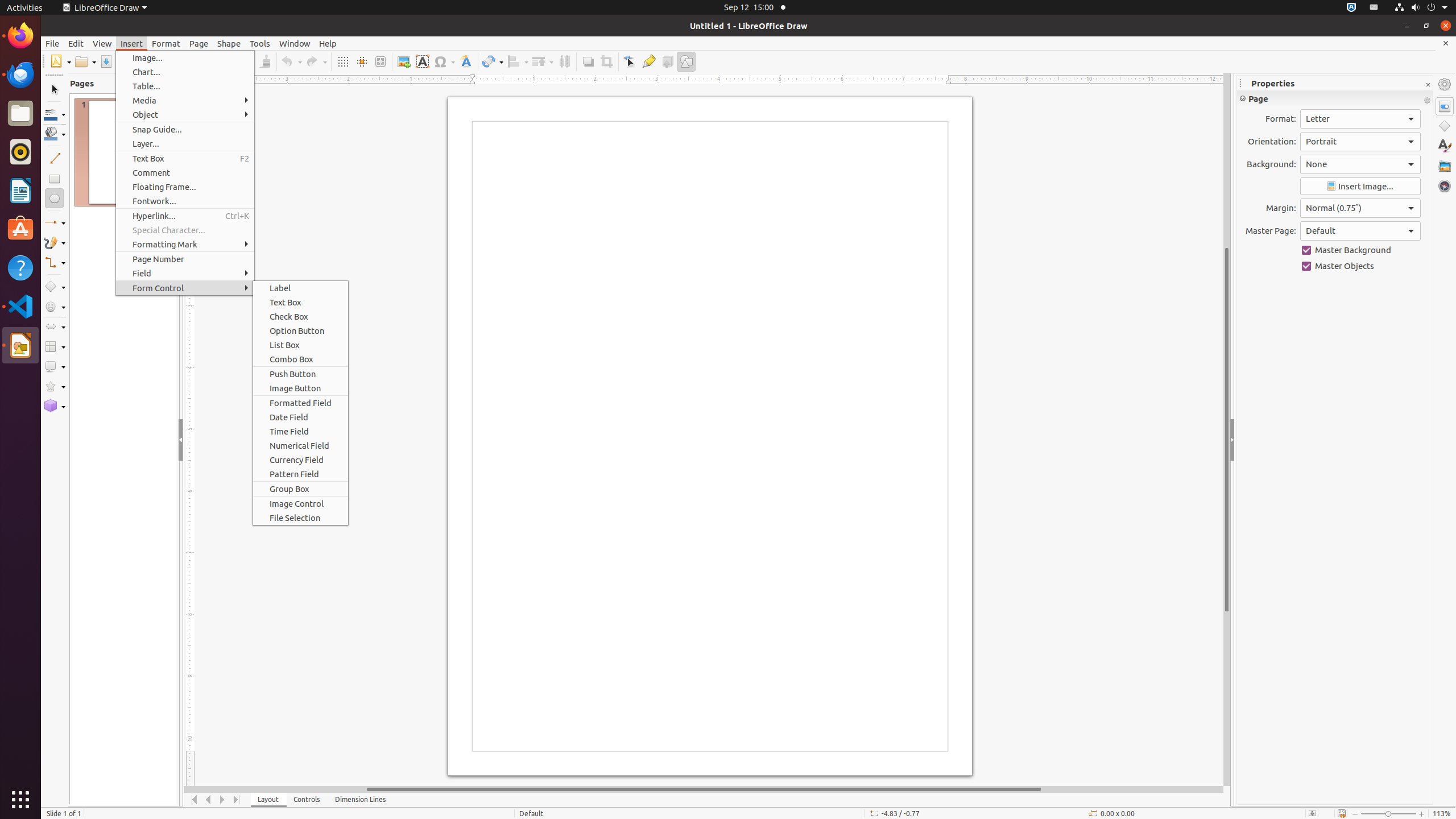 The width and height of the screenshot is (1456, 819). Describe the element at coordinates (185, 200) in the screenshot. I see `'Fontwork...'` at that location.